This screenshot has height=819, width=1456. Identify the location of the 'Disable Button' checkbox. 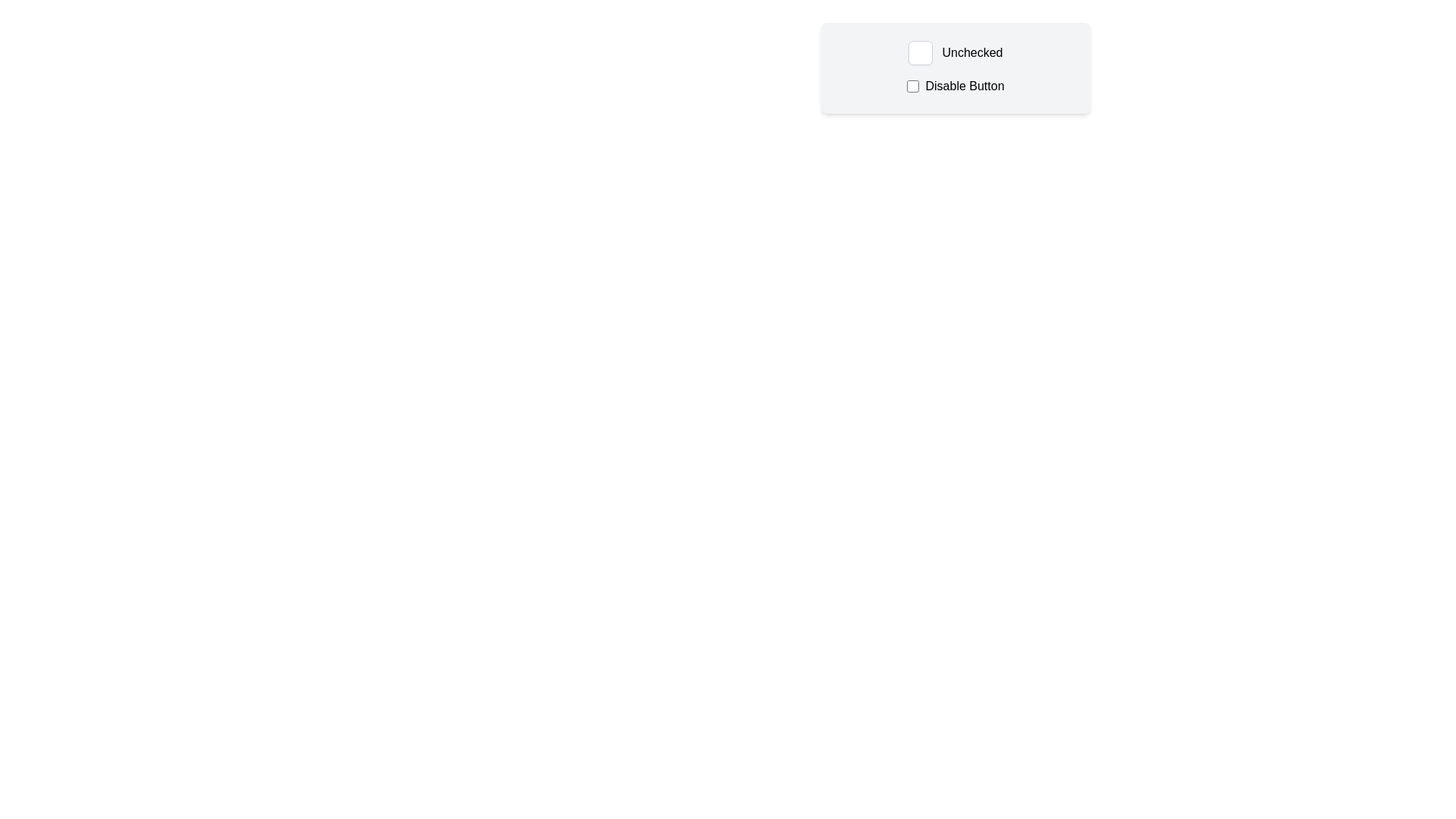
(912, 86).